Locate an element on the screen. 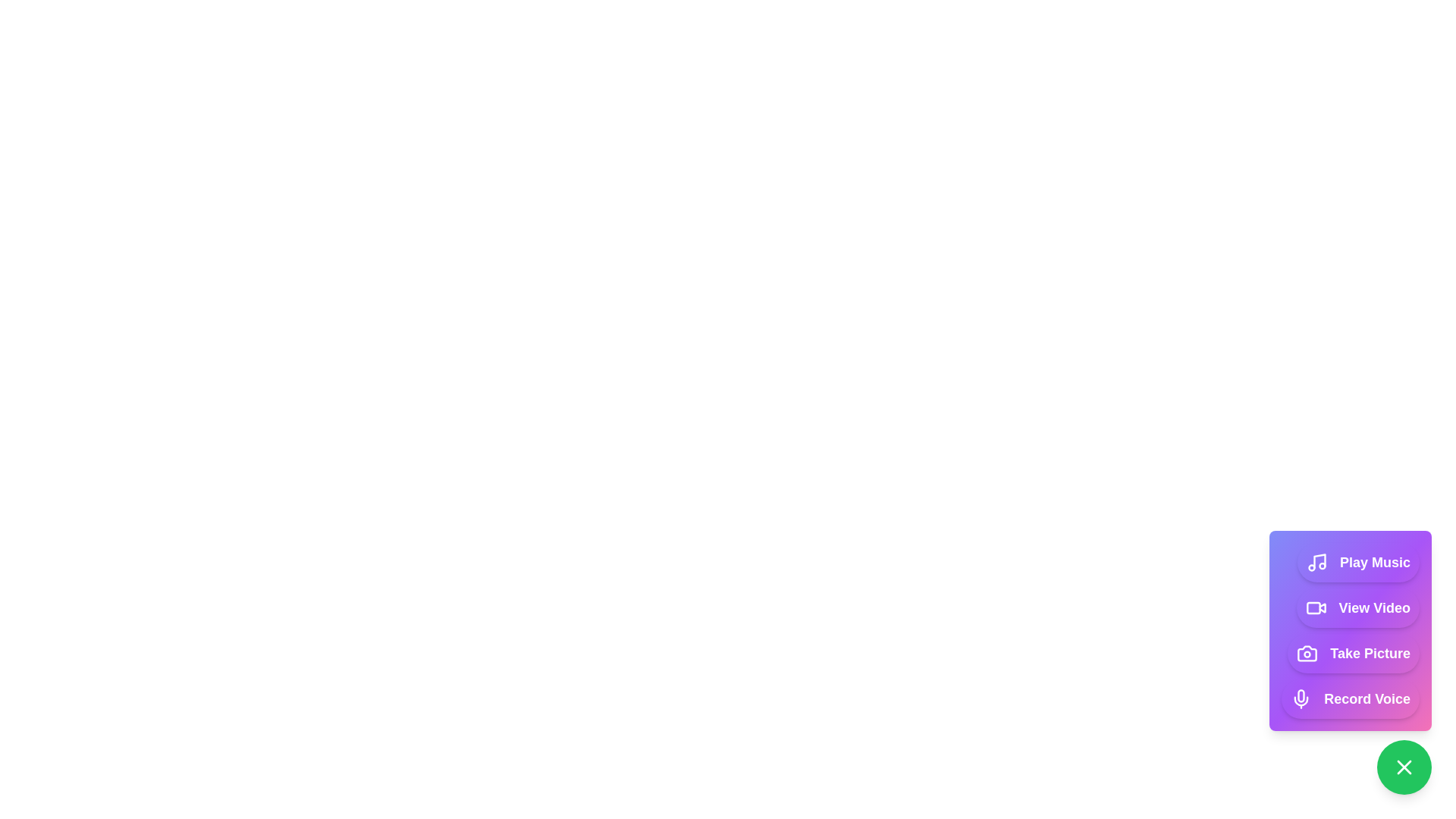 The width and height of the screenshot is (1456, 819). the button with label 'View Video' to visually inspect its text is located at coordinates (1357, 607).